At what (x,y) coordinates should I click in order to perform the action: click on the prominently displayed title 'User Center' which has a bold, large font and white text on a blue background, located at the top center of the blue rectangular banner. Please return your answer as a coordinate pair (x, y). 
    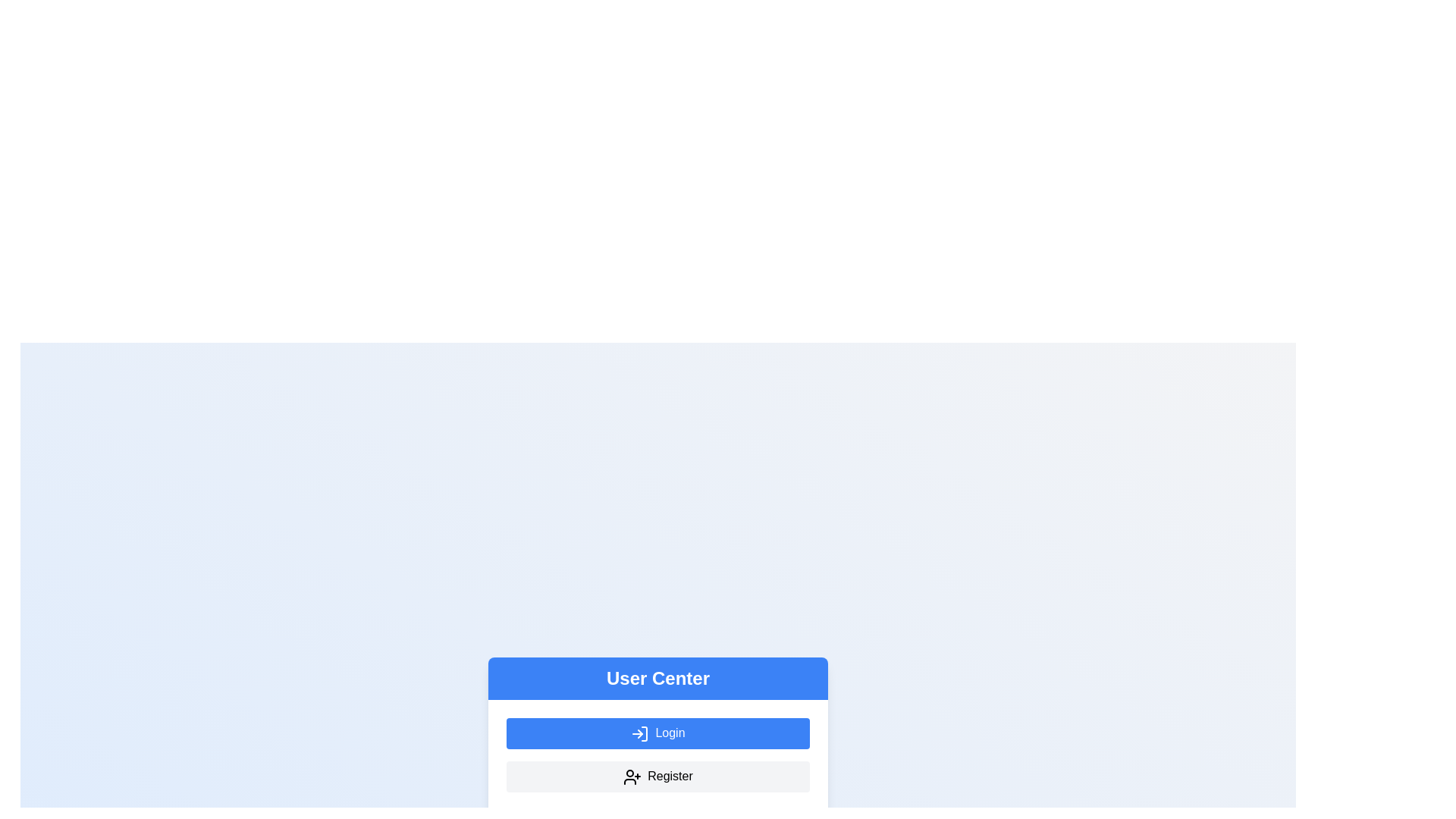
    Looking at the image, I should click on (658, 677).